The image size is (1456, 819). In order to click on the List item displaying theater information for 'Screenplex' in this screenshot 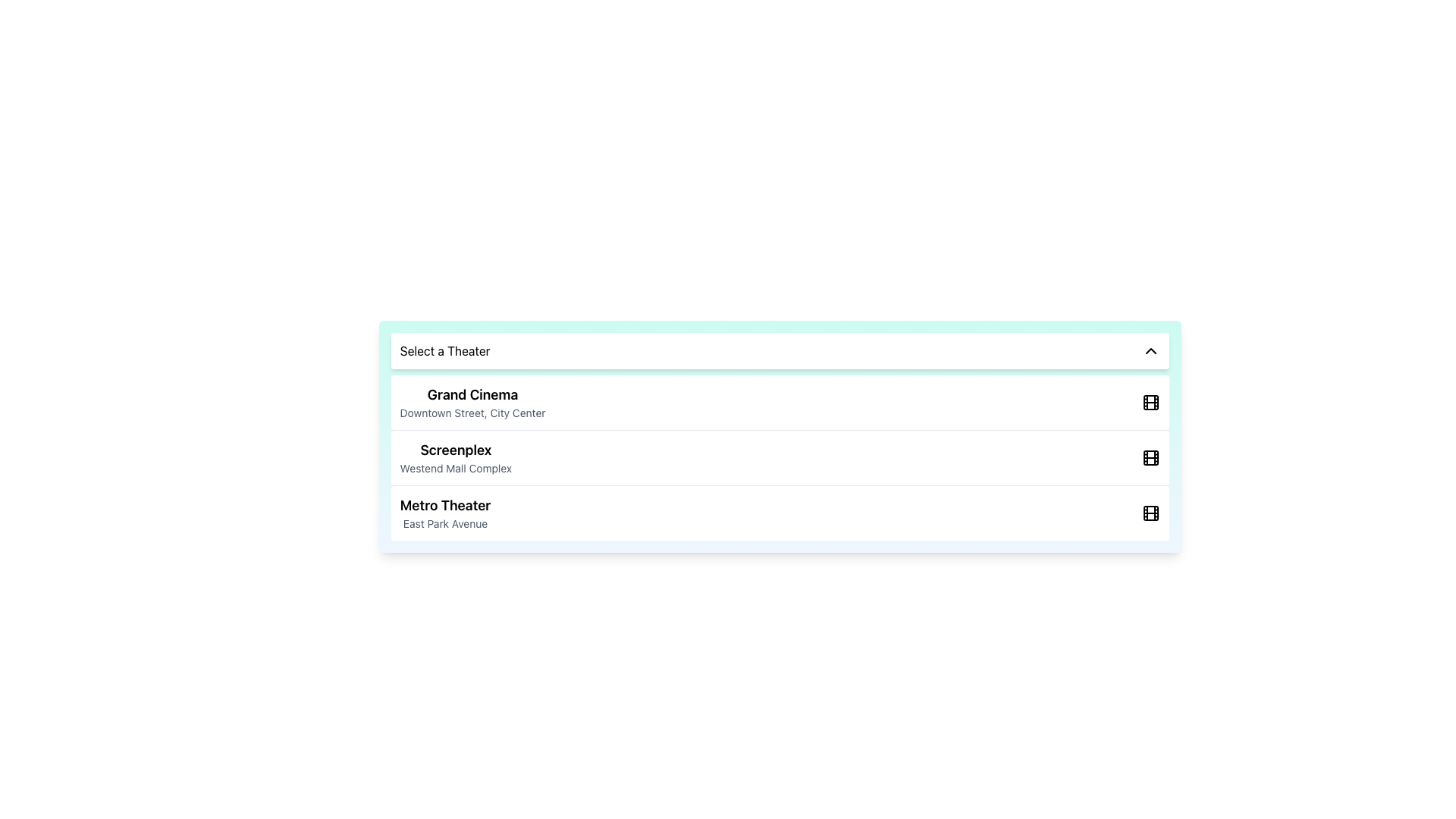, I will do `click(780, 457)`.